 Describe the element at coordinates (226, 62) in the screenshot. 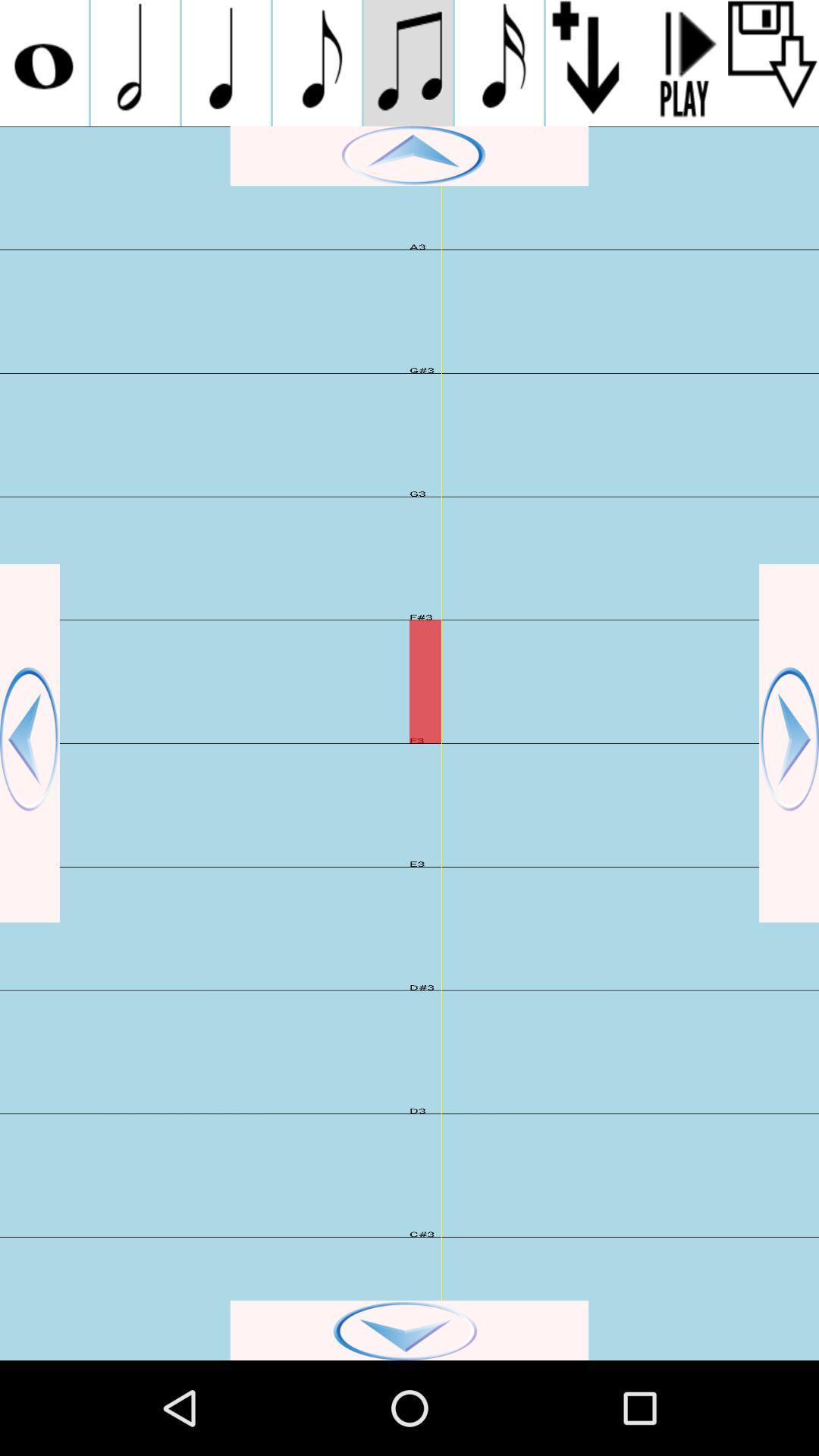

I see `note` at that location.